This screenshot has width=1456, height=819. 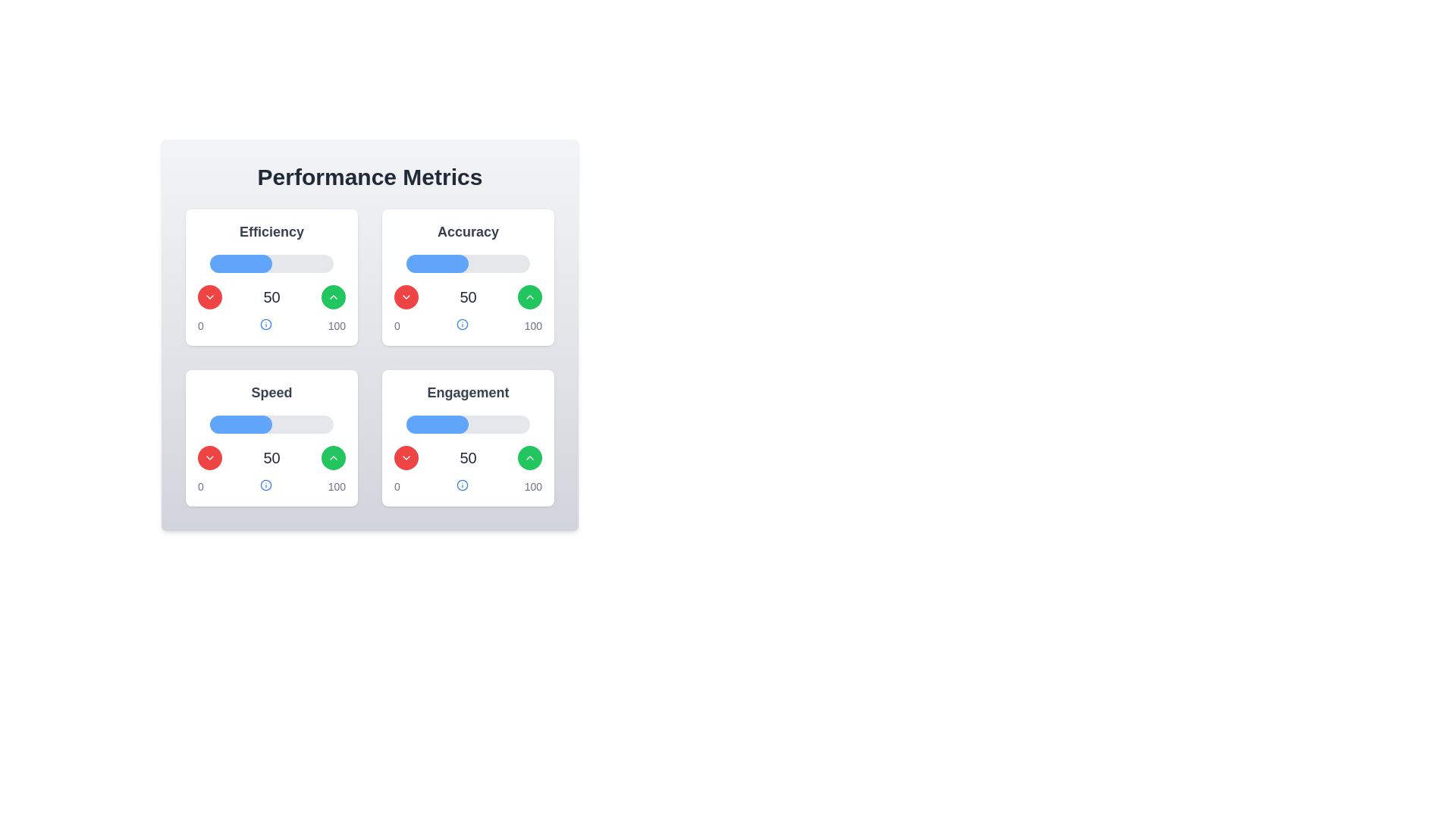 I want to click on the filled portion of the 'Efficiency' progress bar, which is a blue, rounded rectangle occupying the left 50% of the bar, so click(x=240, y=262).